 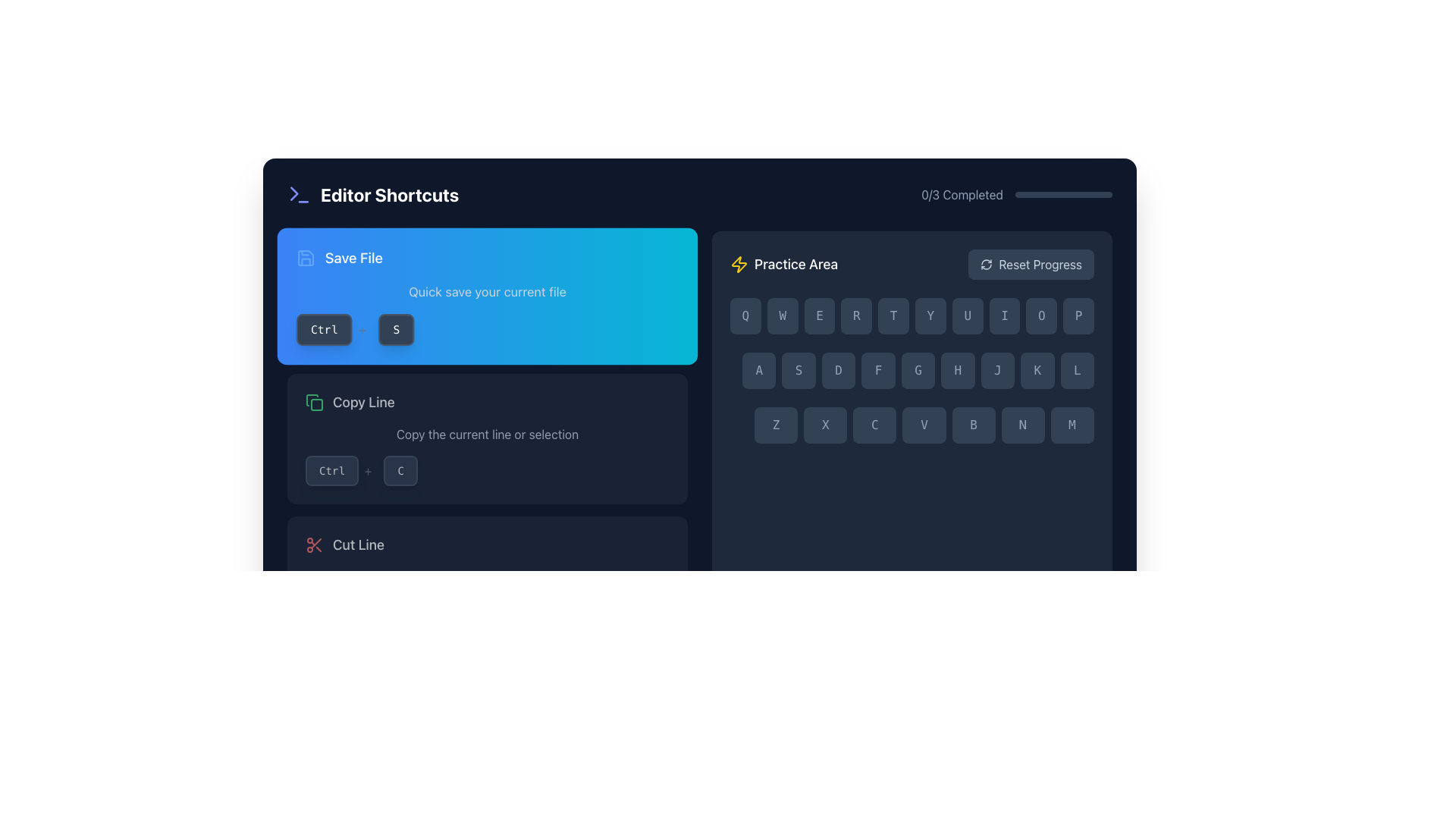 What do you see at coordinates (818, 315) in the screenshot?
I see `the rounded rectangular button with a dark slate background and light gray text displaying the letter 'E', which is the third button from the left in the QWERTYUIOP keyboard layout` at bounding box center [818, 315].